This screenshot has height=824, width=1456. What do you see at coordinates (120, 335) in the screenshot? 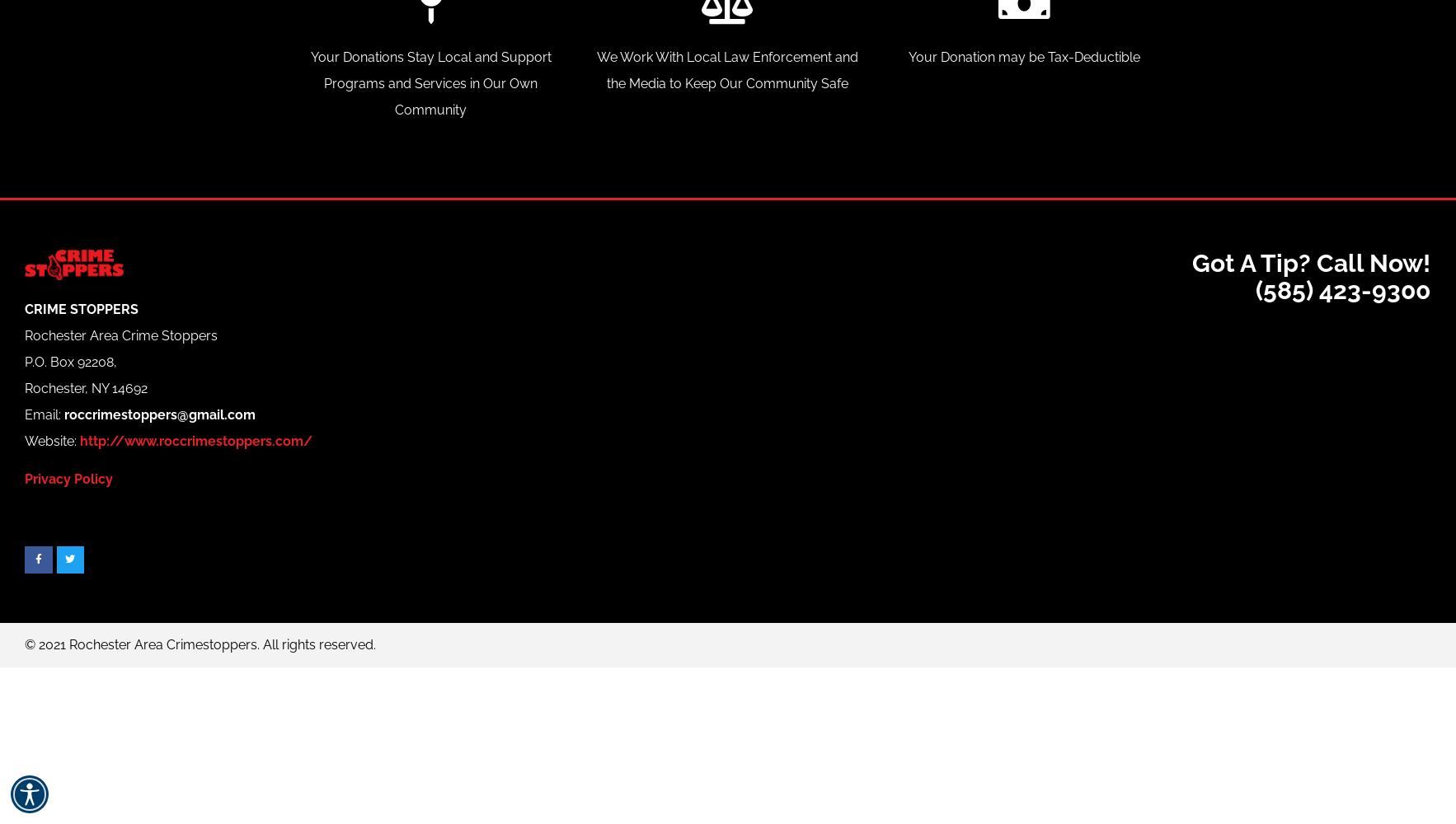
I see `'Rochester Area Crime Stoppers'` at bounding box center [120, 335].